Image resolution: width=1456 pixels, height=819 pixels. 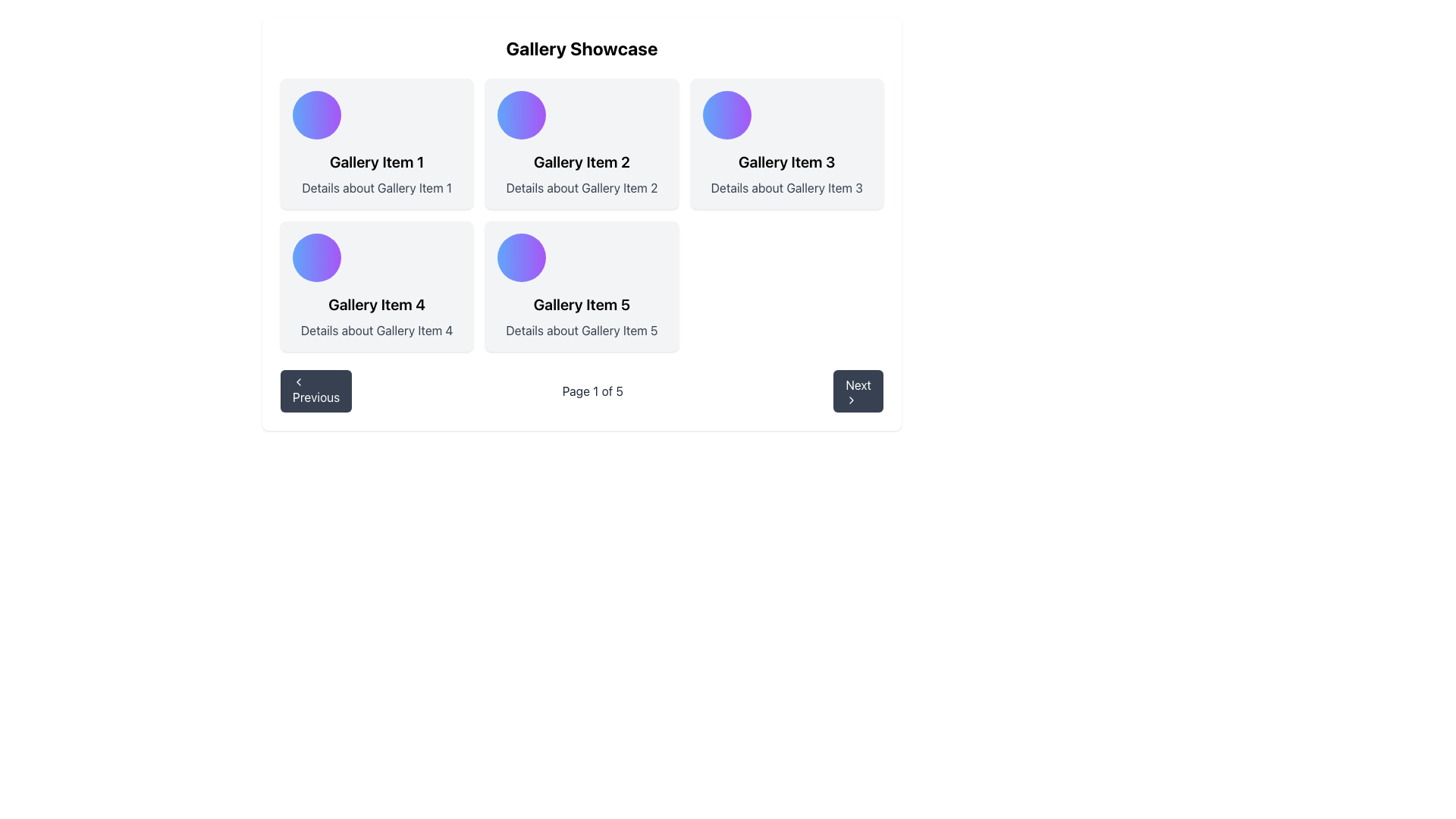 What do you see at coordinates (315, 114) in the screenshot?
I see `the decorative circular graphical element with a blue to purple gradient located at the top-left corner of the card labeled 'Gallery Item 1' in the grid layout` at bounding box center [315, 114].